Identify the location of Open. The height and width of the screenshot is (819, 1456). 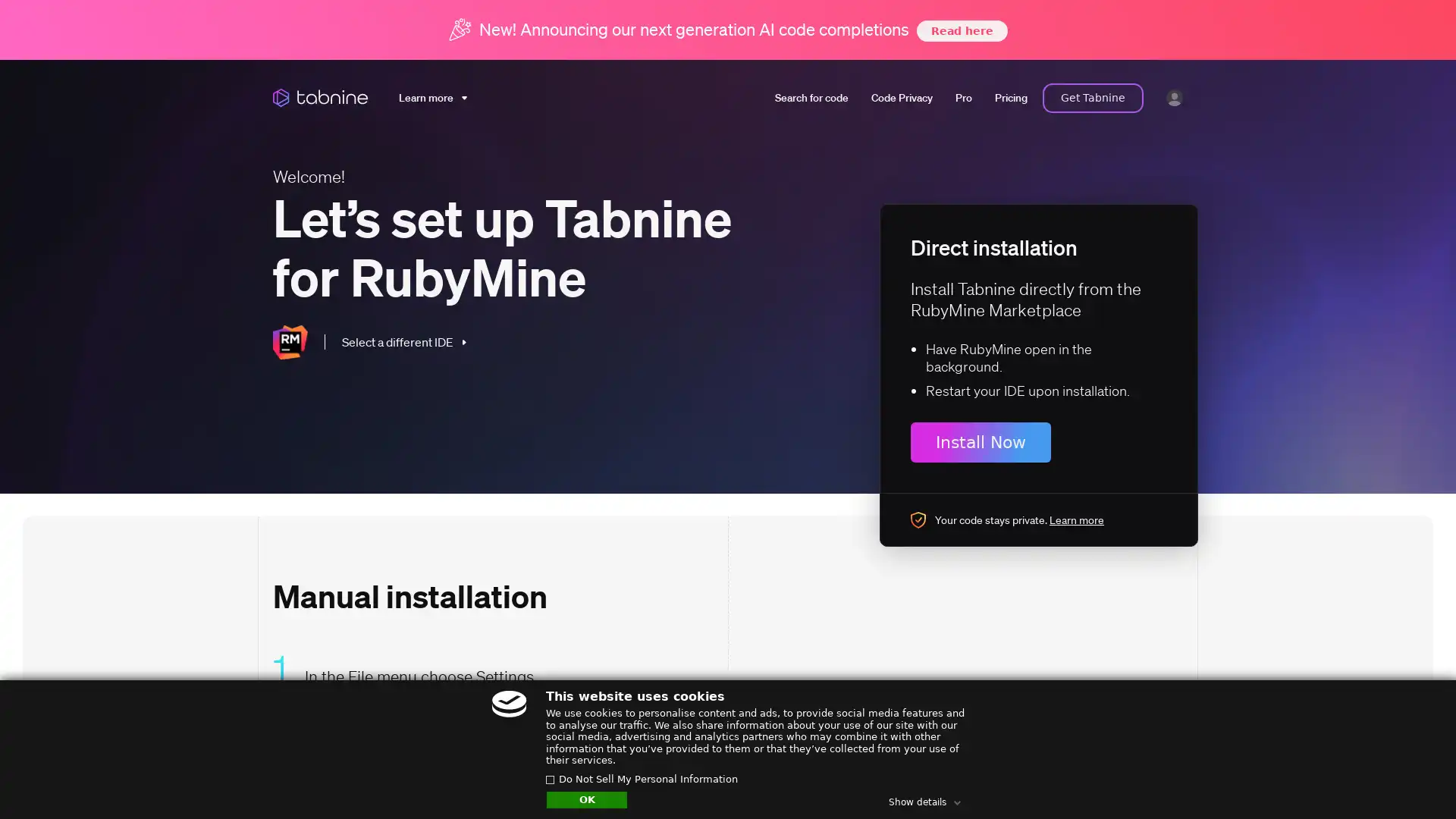
(1410, 778).